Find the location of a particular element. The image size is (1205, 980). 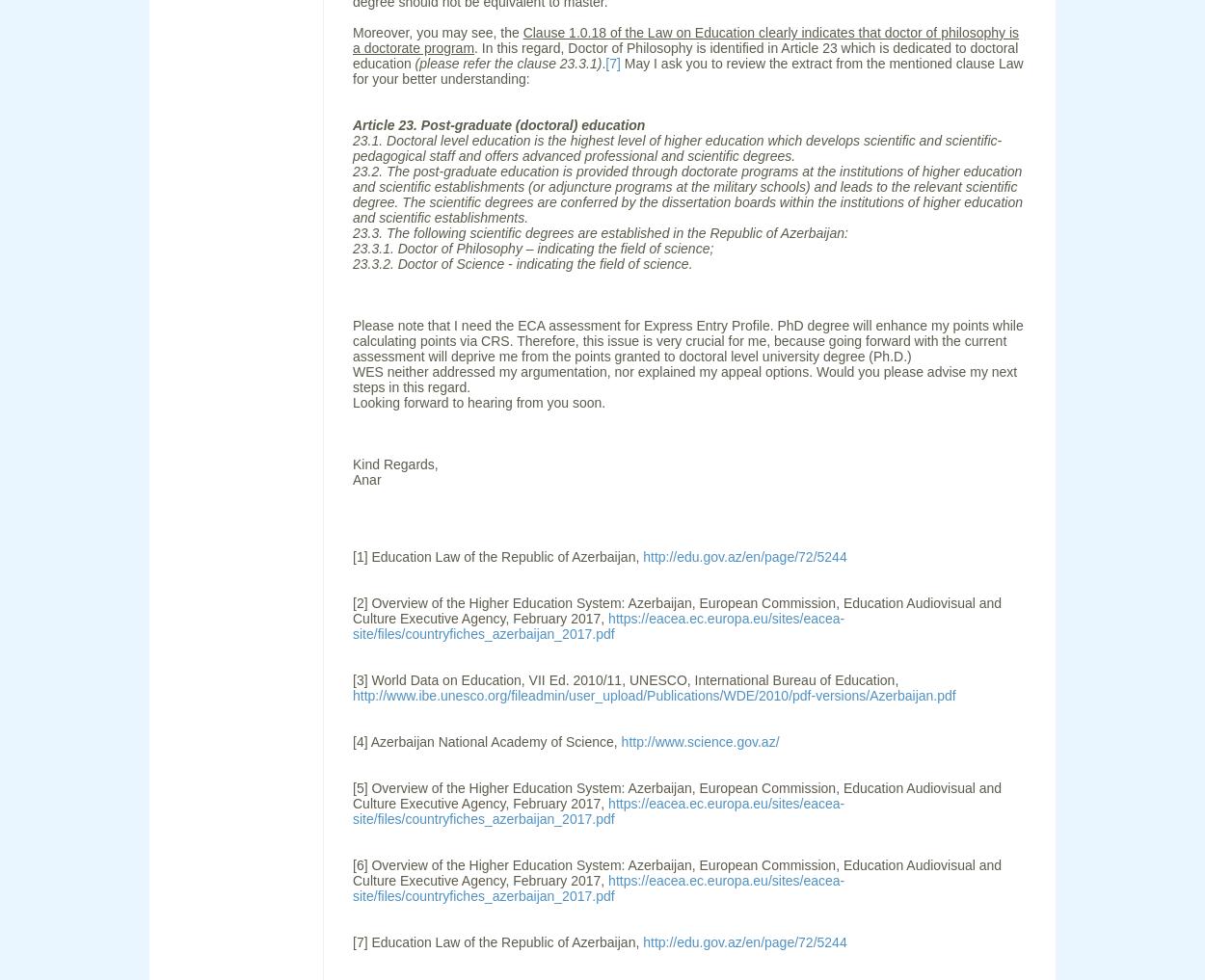

'http://www.ibe.unesco.org/fileadmin/user_upload/Publications/WDE/2010/pdf-versions/Azerbaijan.pdf' is located at coordinates (654, 694).